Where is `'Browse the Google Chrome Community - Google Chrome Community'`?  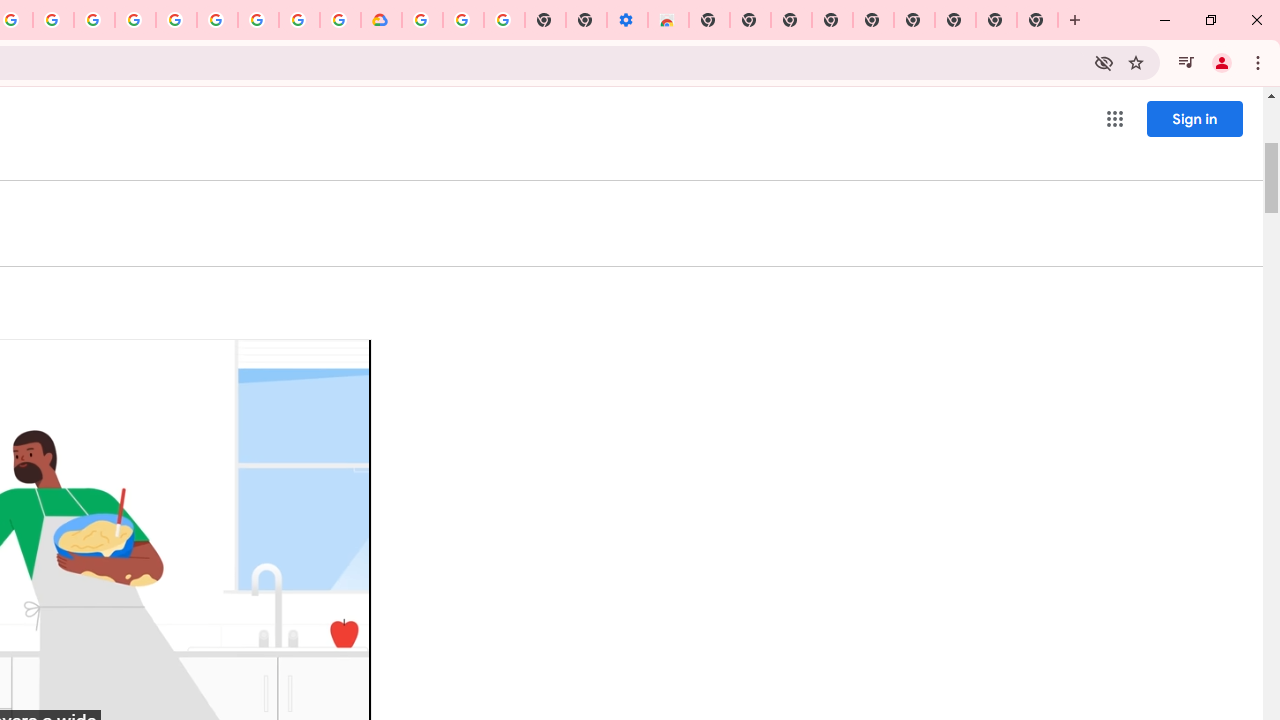
'Browse the Google Chrome Community - Google Chrome Community' is located at coordinates (340, 20).